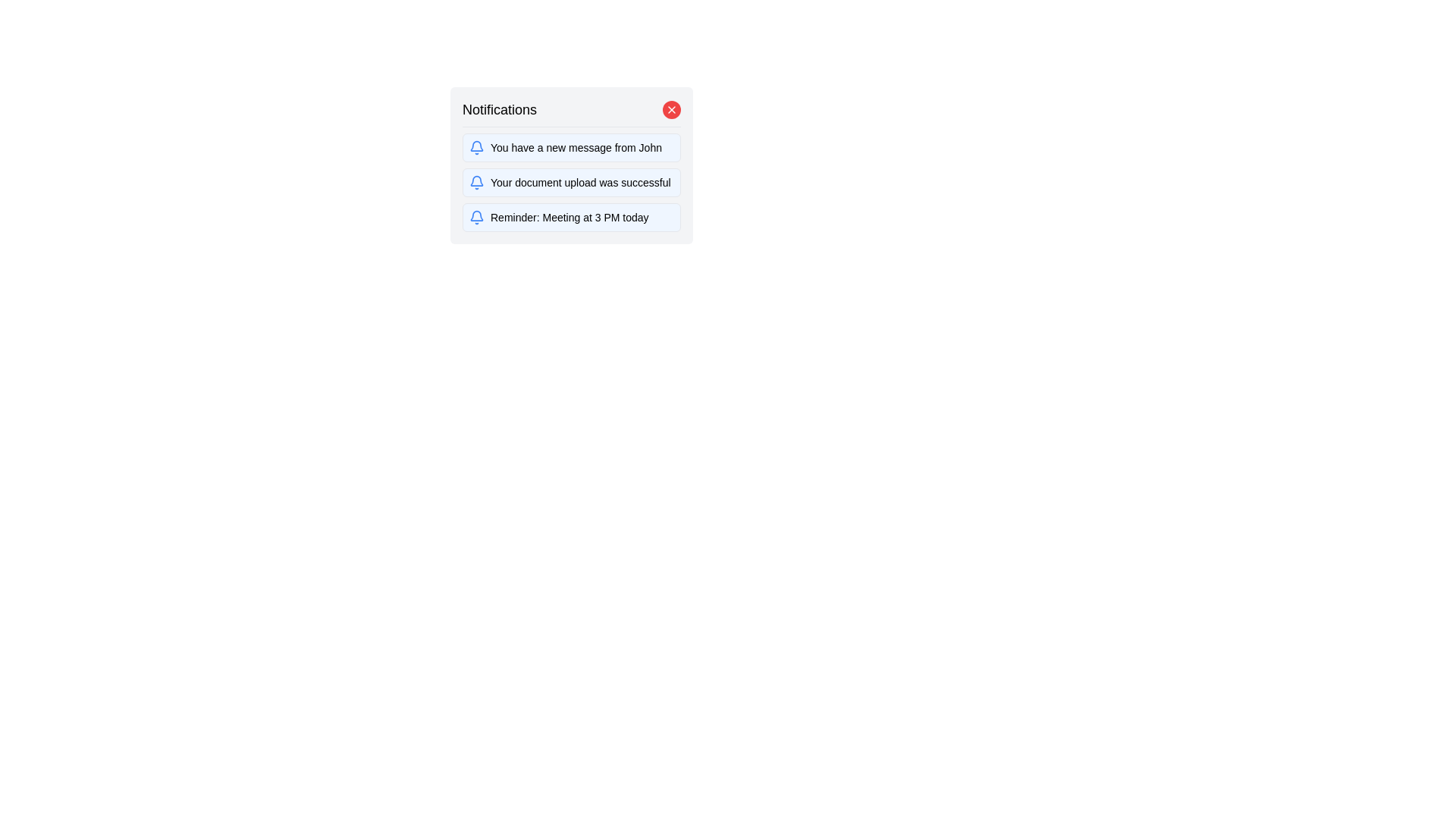 The height and width of the screenshot is (819, 1456). Describe the element at coordinates (570, 217) in the screenshot. I see `text content of the Notification card that reminds the user of a meeting scheduled at 3 PM today, located at the bottom-most position in the notification list` at that location.